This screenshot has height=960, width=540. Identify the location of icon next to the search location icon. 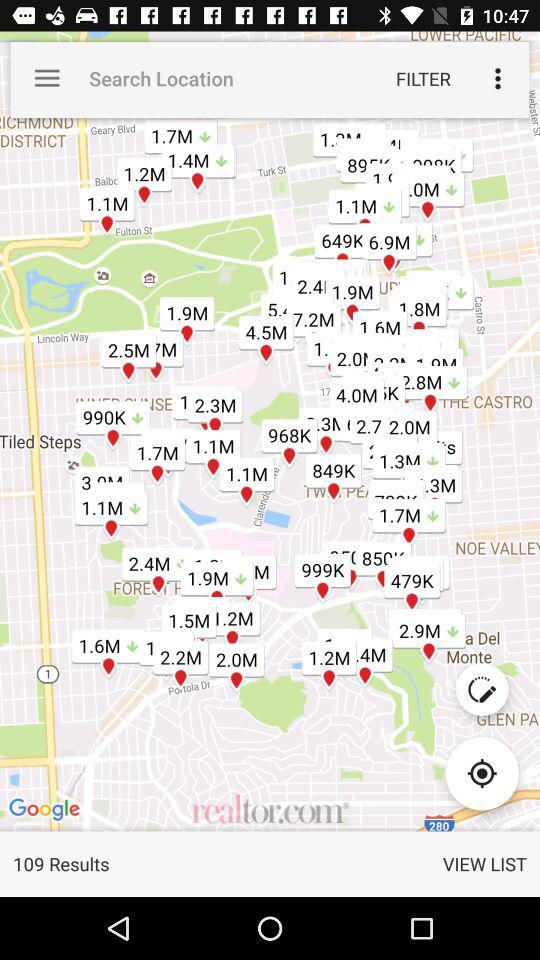
(422, 78).